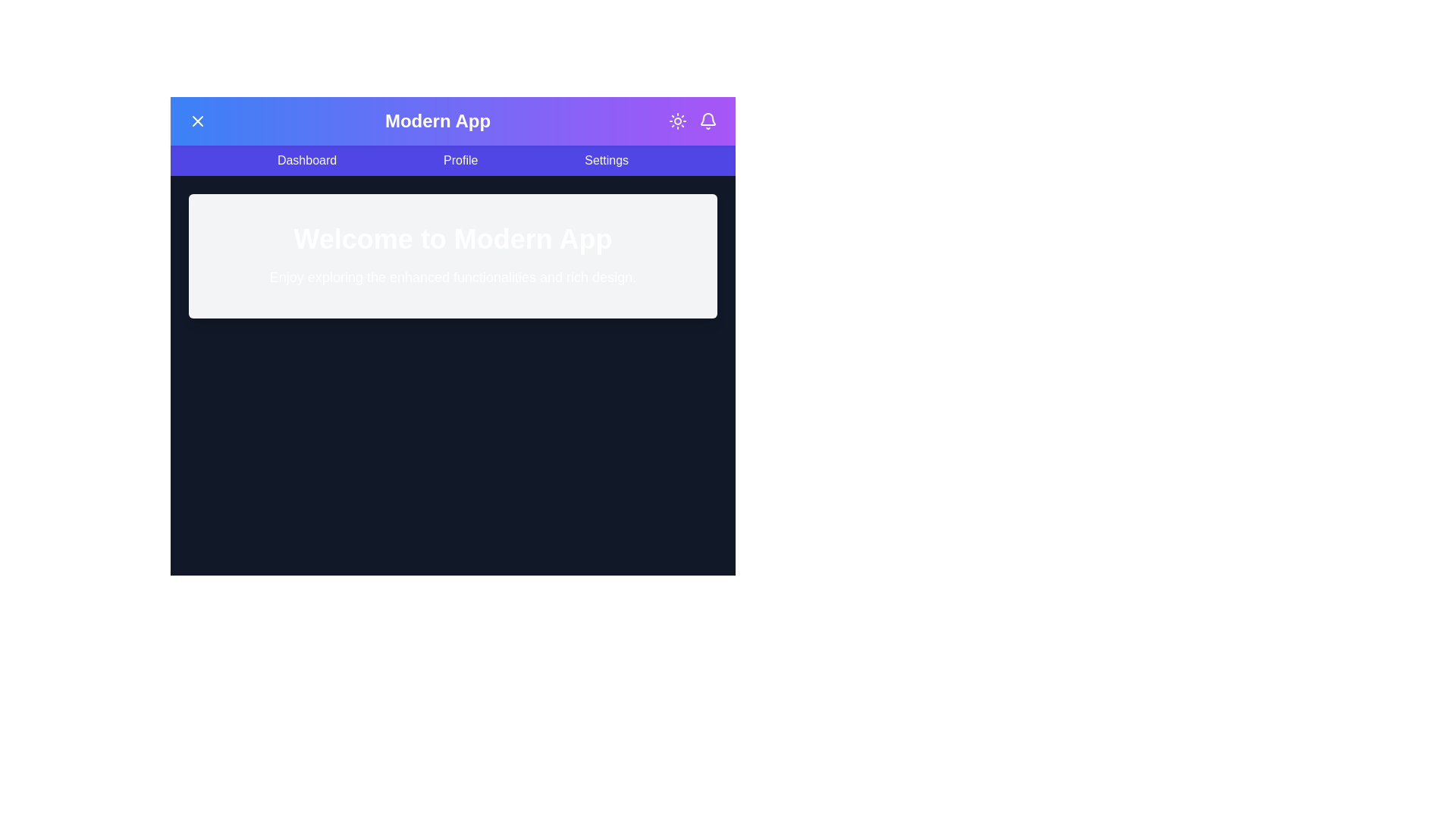 This screenshot has height=819, width=1456. What do you see at coordinates (676, 120) in the screenshot?
I see `the theme toggle button to switch between light and dark modes` at bounding box center [676, 120].